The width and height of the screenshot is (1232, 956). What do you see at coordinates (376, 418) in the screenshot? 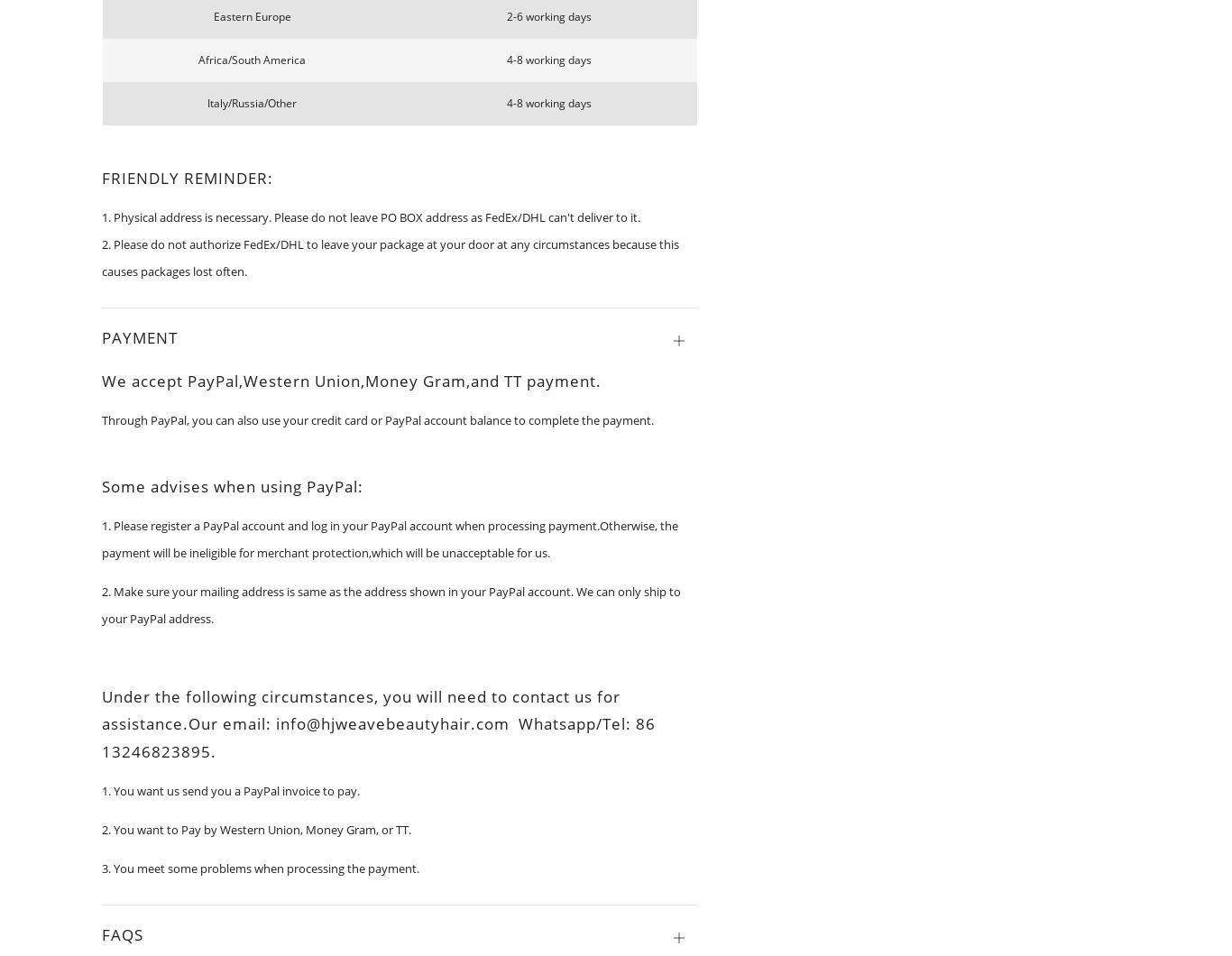
I see `'Through PayPal, you can also use your credit card or PayPal account balance to complete the payment.'` at bounding box center [376, 418].